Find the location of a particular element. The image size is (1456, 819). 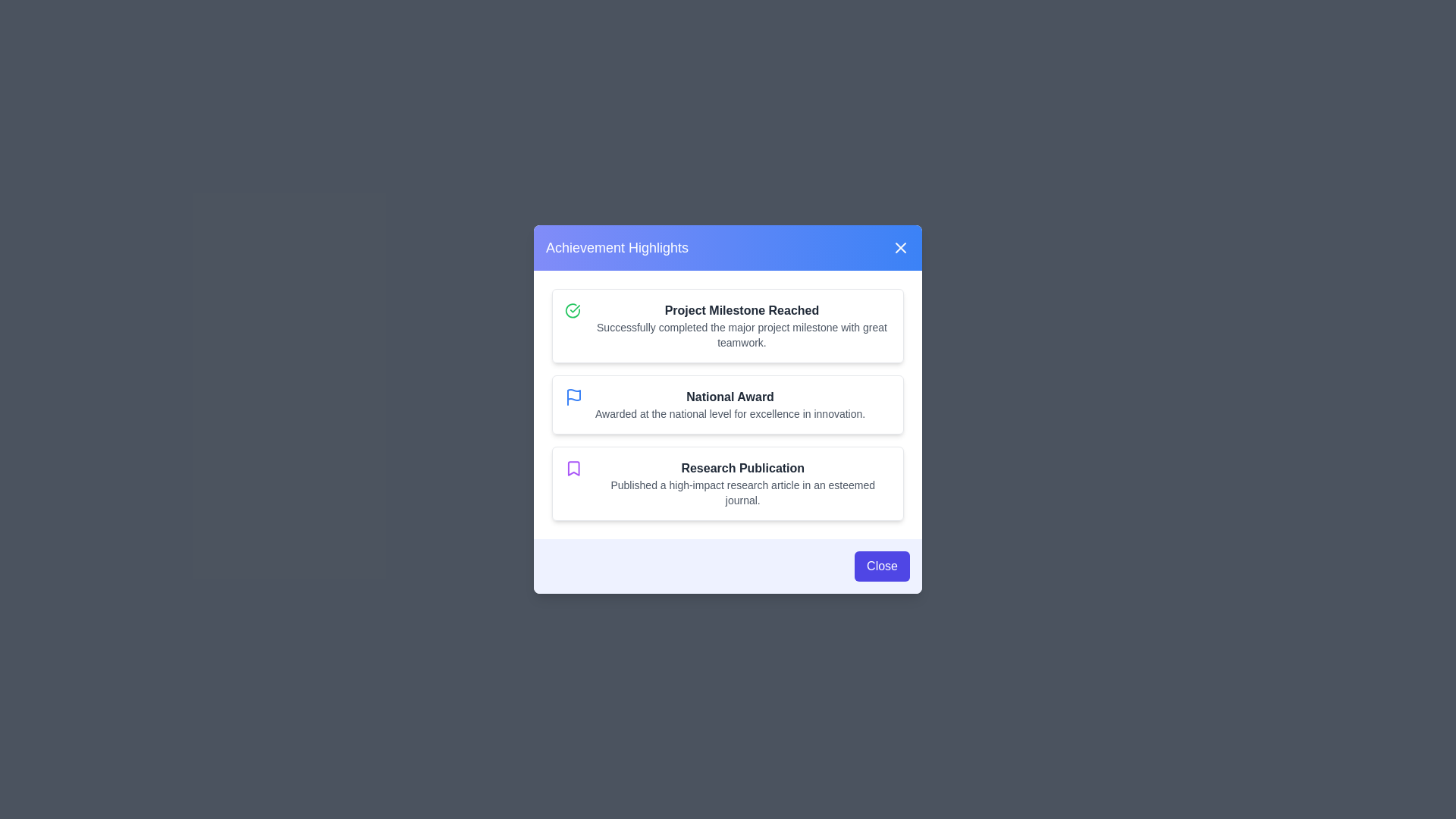

the close button represented by an 'X' icon in the top-right corner of the 'Achievement Highlights' header bar is located at coordinates (901, 247).